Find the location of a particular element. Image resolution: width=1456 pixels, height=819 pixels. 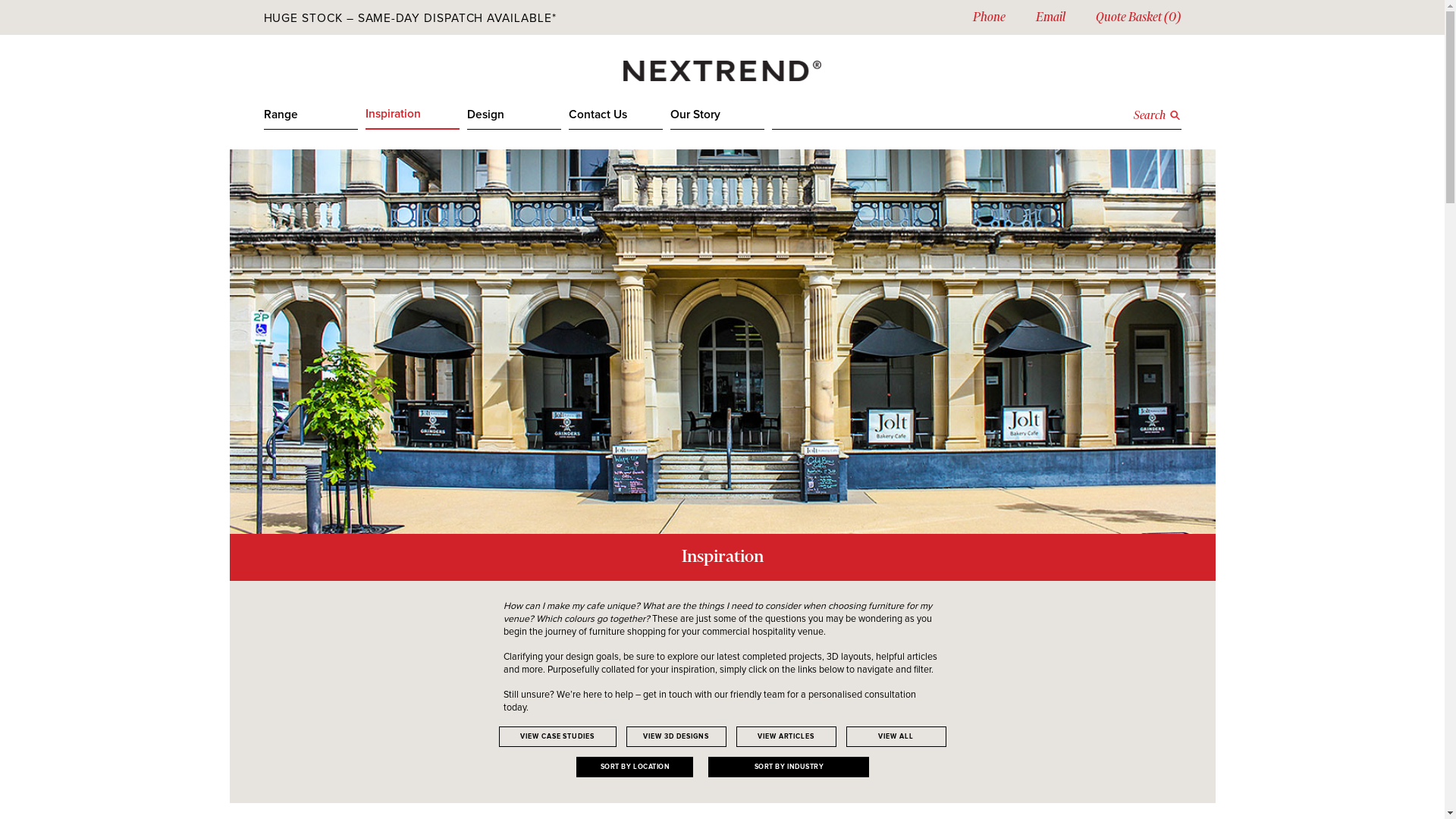

'Range' is located at coordinates (309, 118).